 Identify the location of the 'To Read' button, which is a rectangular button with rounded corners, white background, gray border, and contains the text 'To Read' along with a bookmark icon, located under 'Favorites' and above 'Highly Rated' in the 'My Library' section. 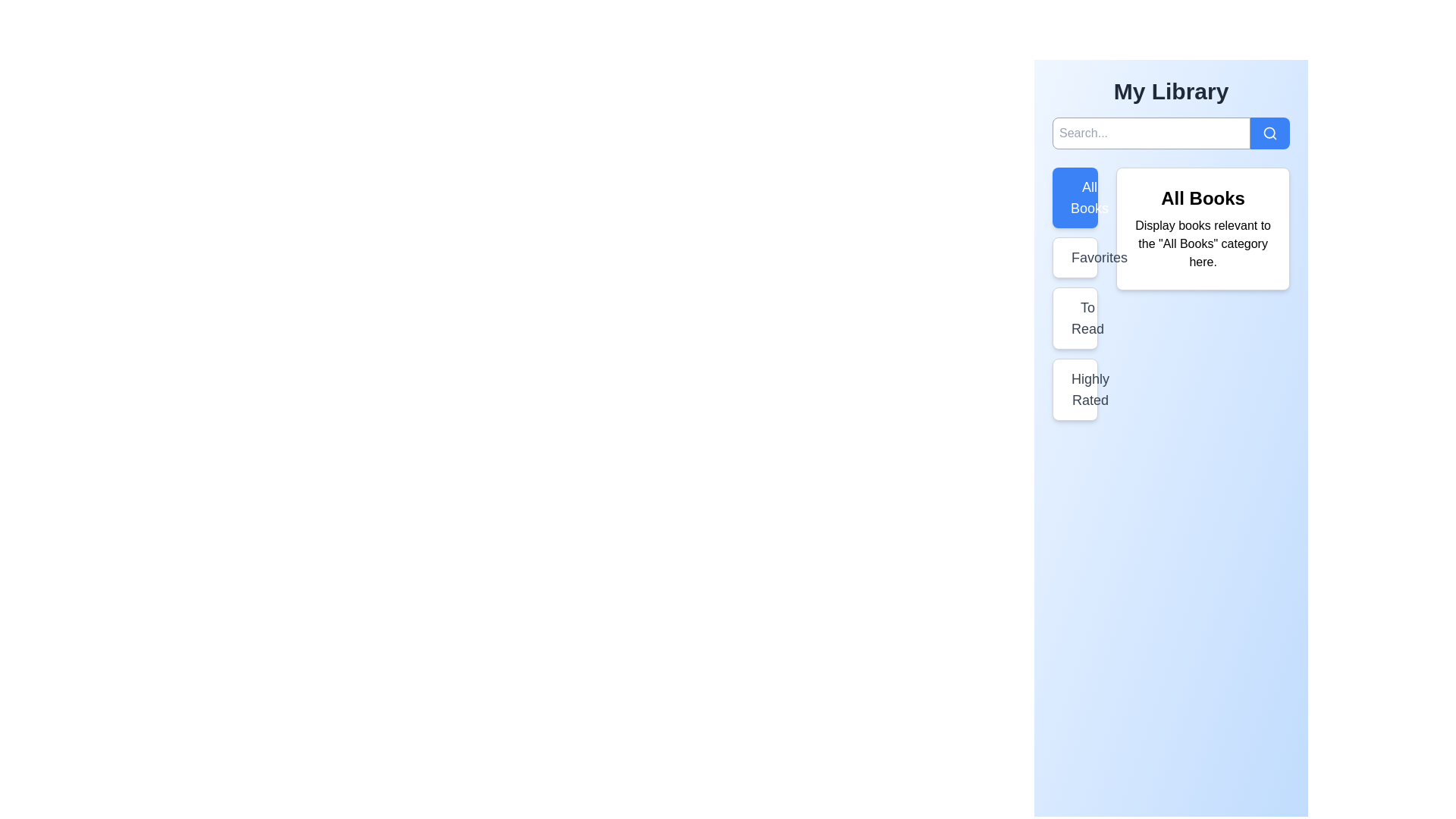
(1075, 318).